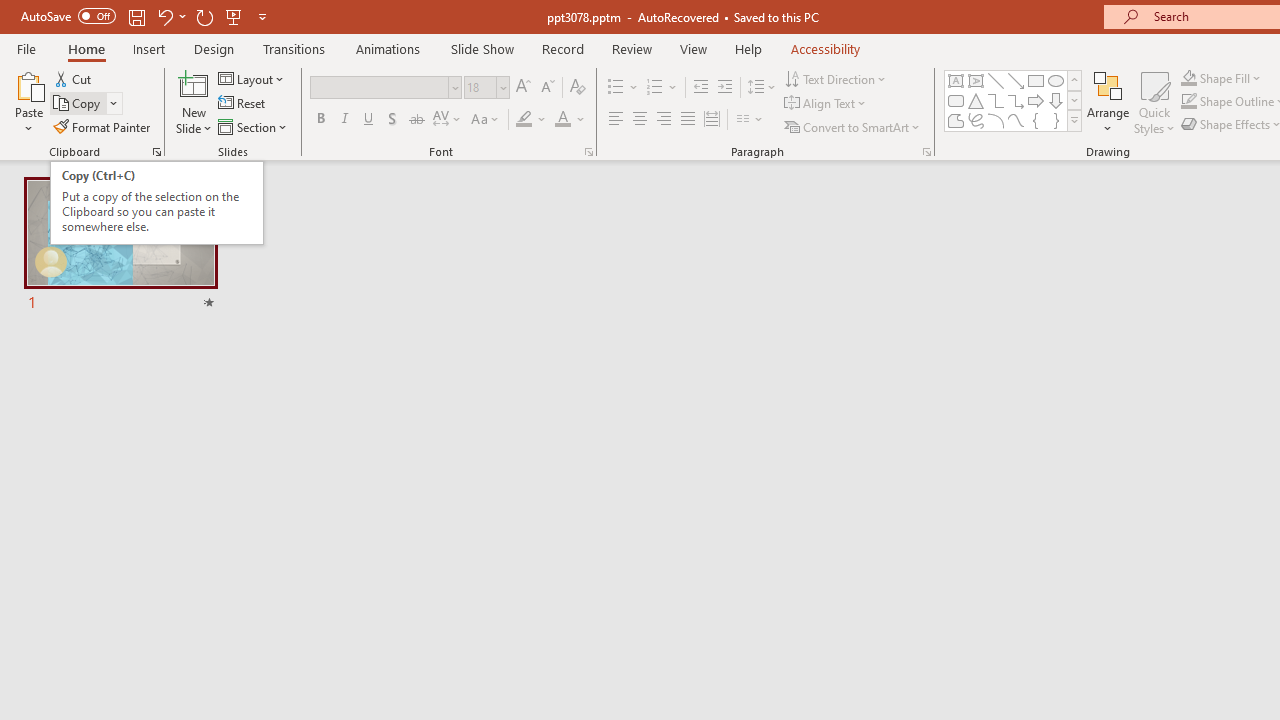  What do you see at coordinates (623, 86) in the screenshot?
I see `'Bullets'` at bounding box center [623, 86].